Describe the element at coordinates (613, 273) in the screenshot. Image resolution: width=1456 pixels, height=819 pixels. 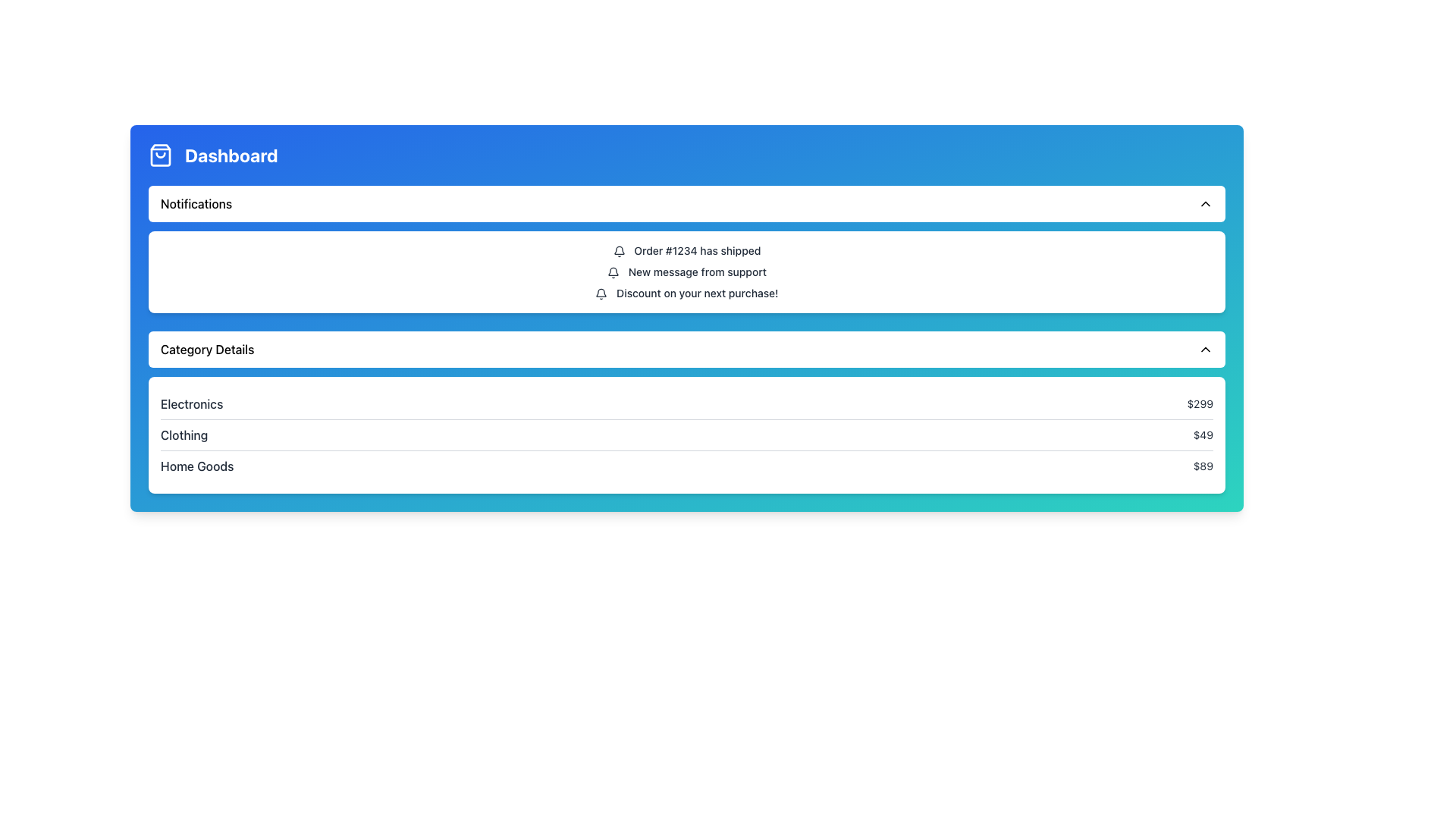
I see `the Bell Notification Indicator icon that signifies a notification for 'New message from support.'` at that location.